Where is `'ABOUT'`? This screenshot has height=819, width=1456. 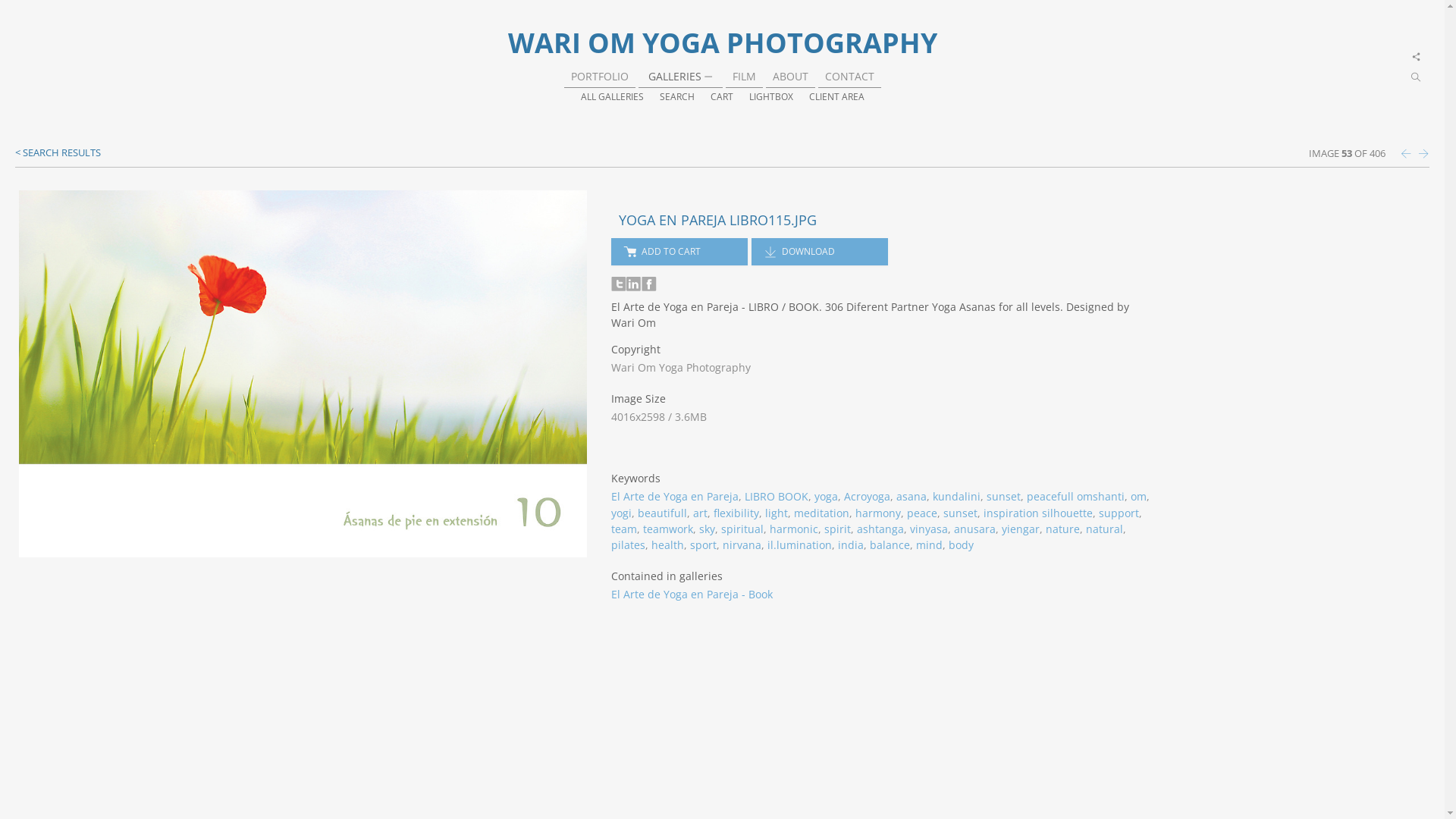
'ABOUT' is located at coordinates (789, 76).